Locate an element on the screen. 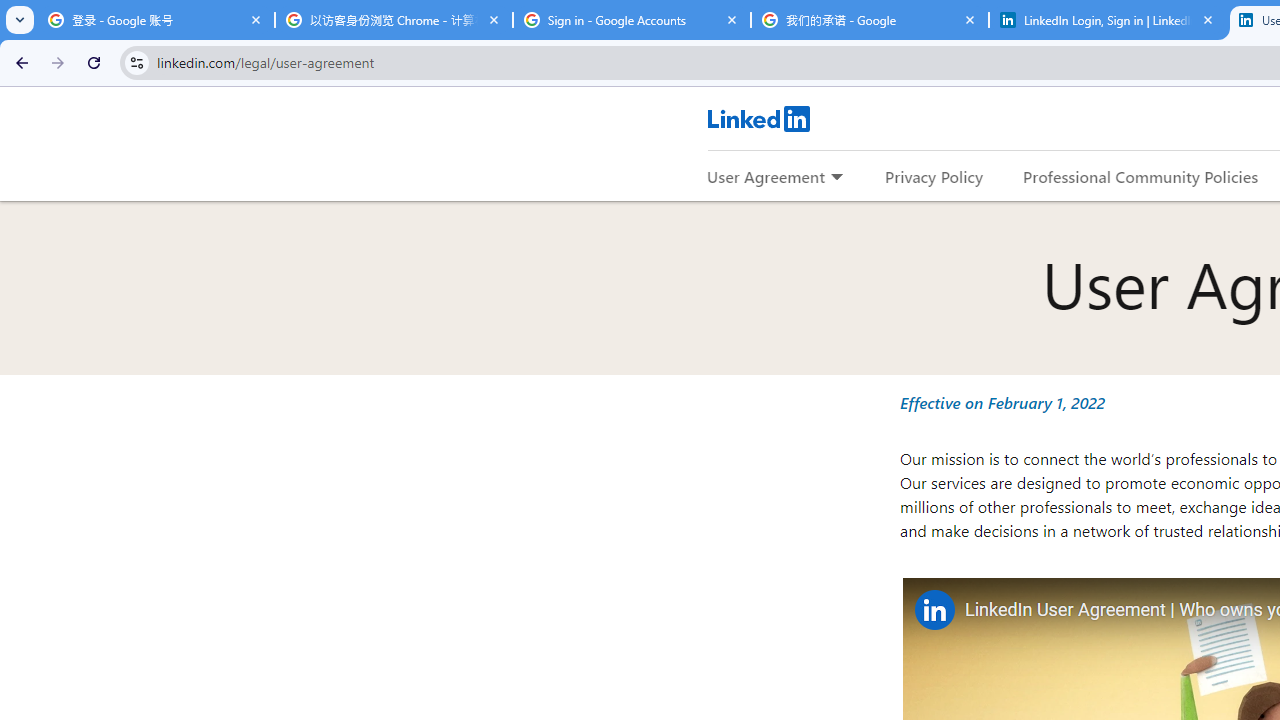 The width and height of the screenshot is (1280, 720). 'Photo image of LinkedIn' is located at coordinates (933, 608).